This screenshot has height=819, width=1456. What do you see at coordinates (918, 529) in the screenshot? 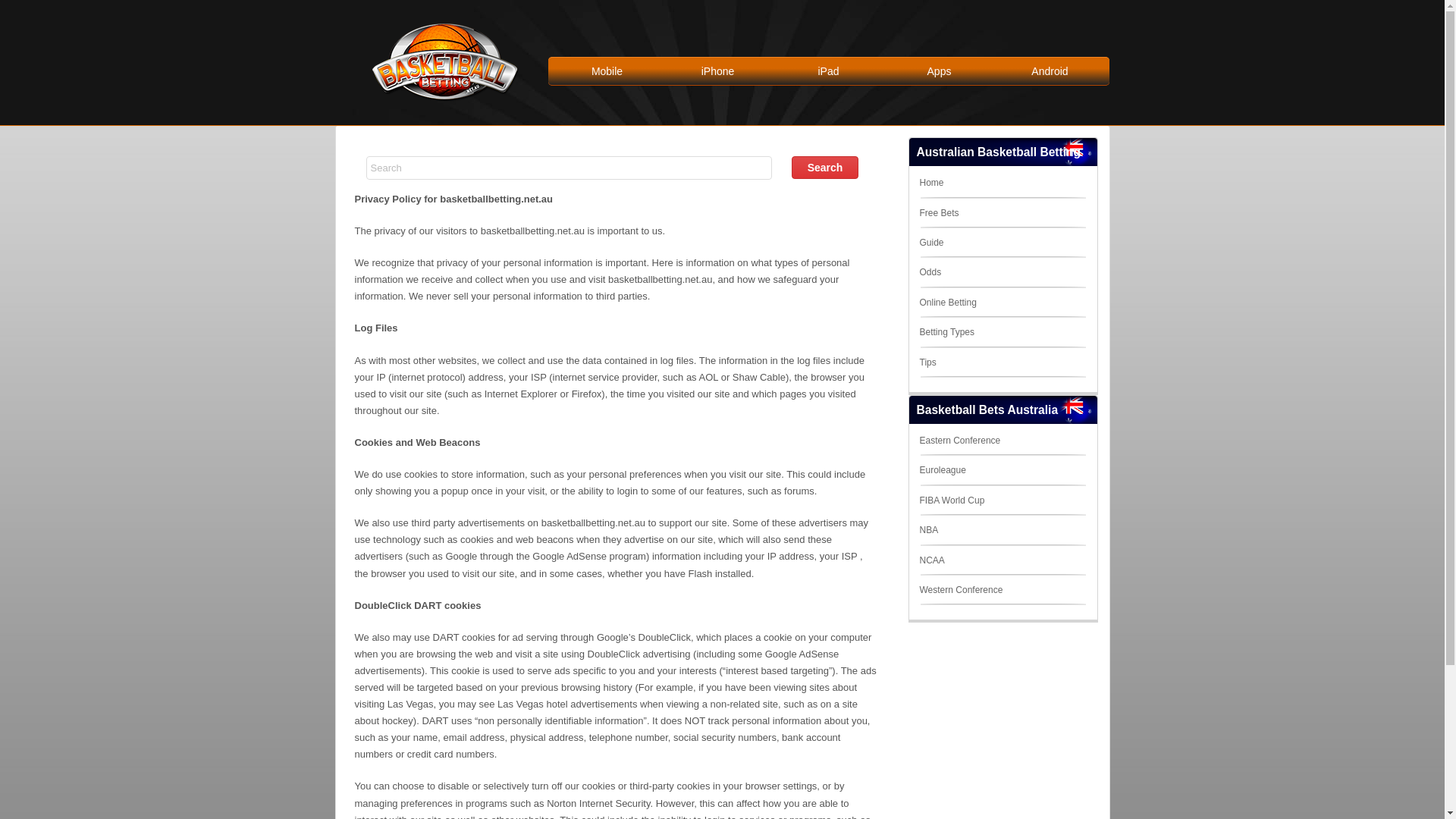
I see `'NBA'` at bounding box center [918, 529].